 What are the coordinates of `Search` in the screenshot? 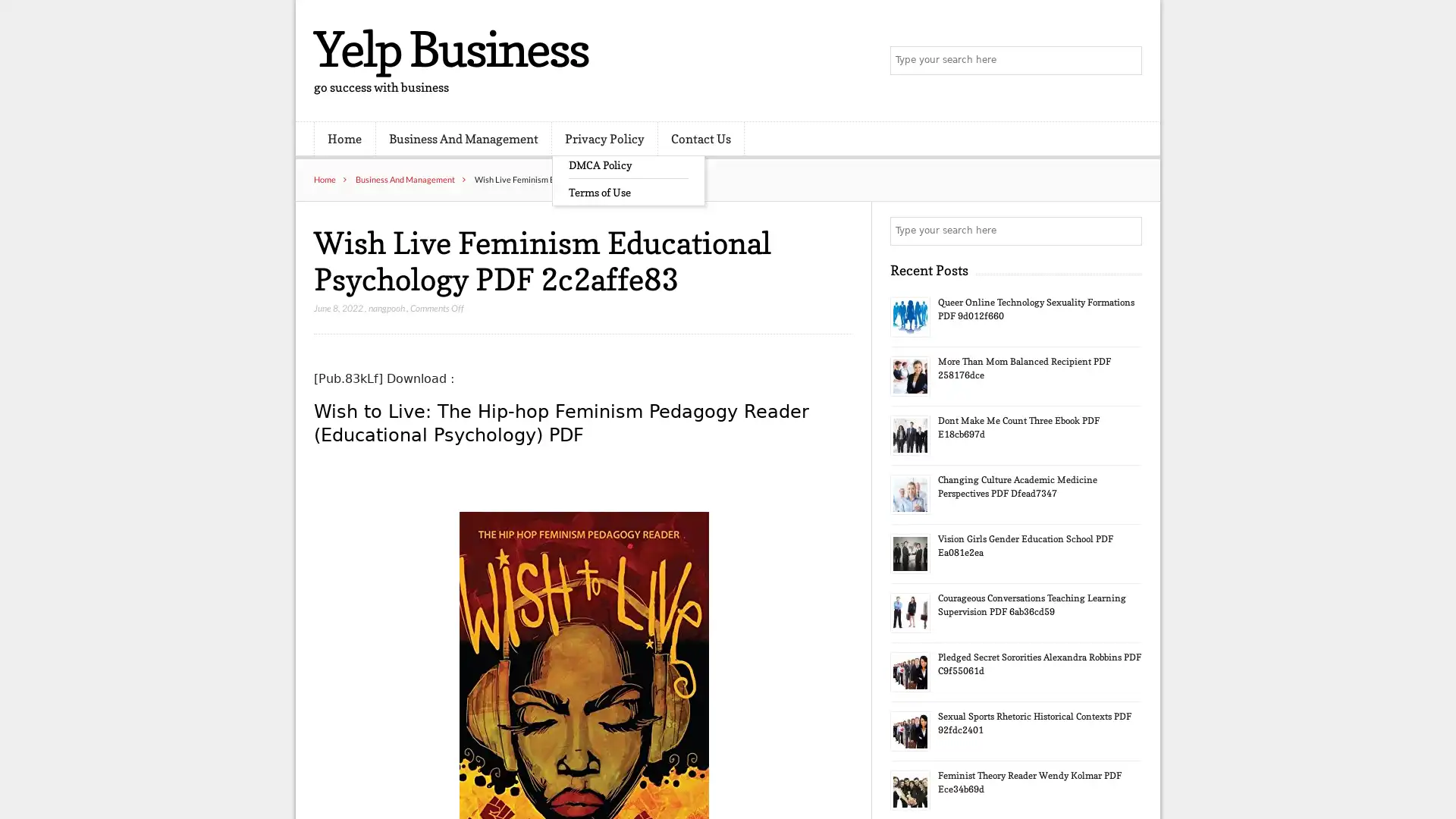 It's located at (1126, 231).